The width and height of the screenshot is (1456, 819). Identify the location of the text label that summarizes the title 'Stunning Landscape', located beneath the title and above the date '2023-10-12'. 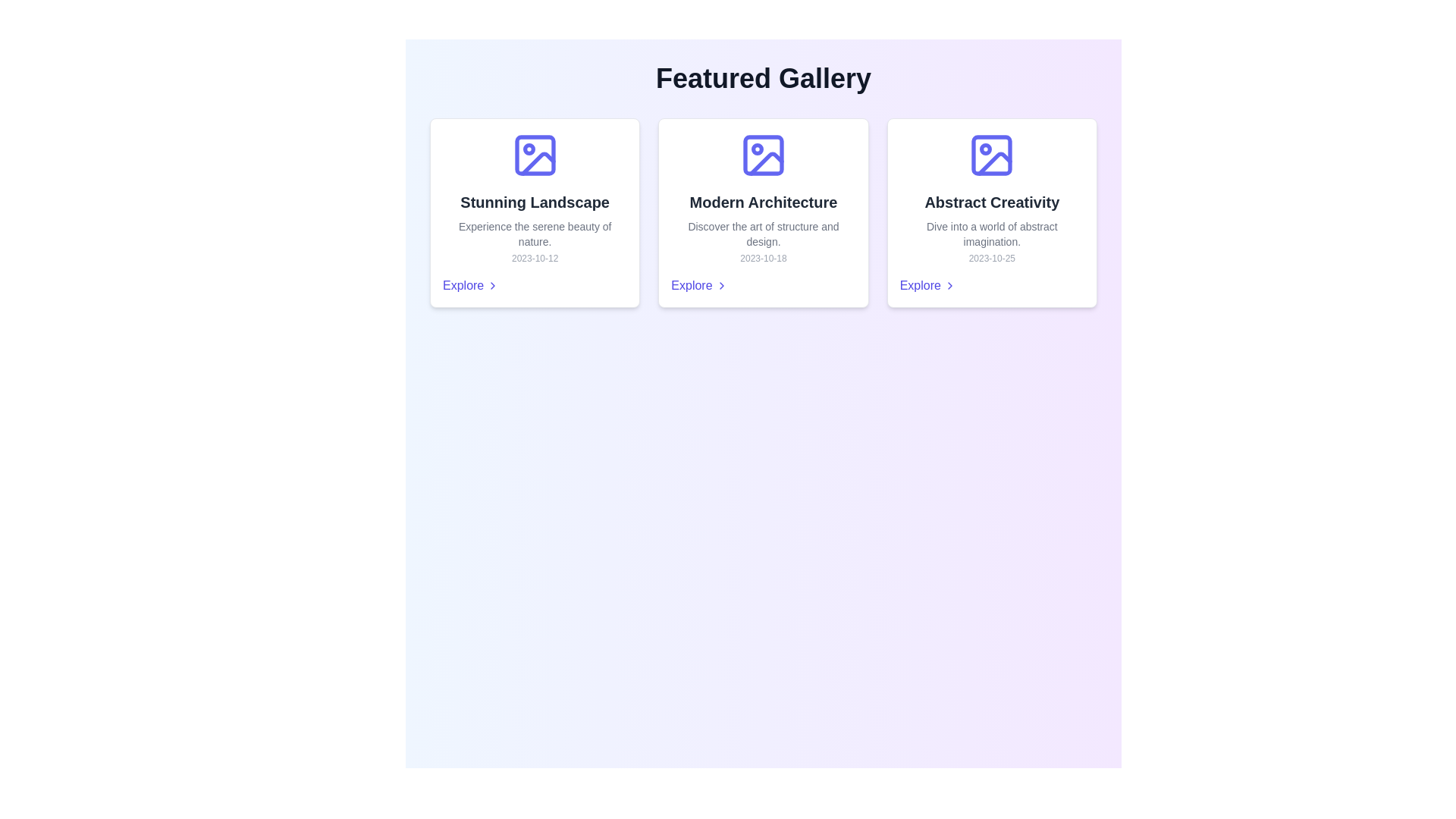
(535, 234).